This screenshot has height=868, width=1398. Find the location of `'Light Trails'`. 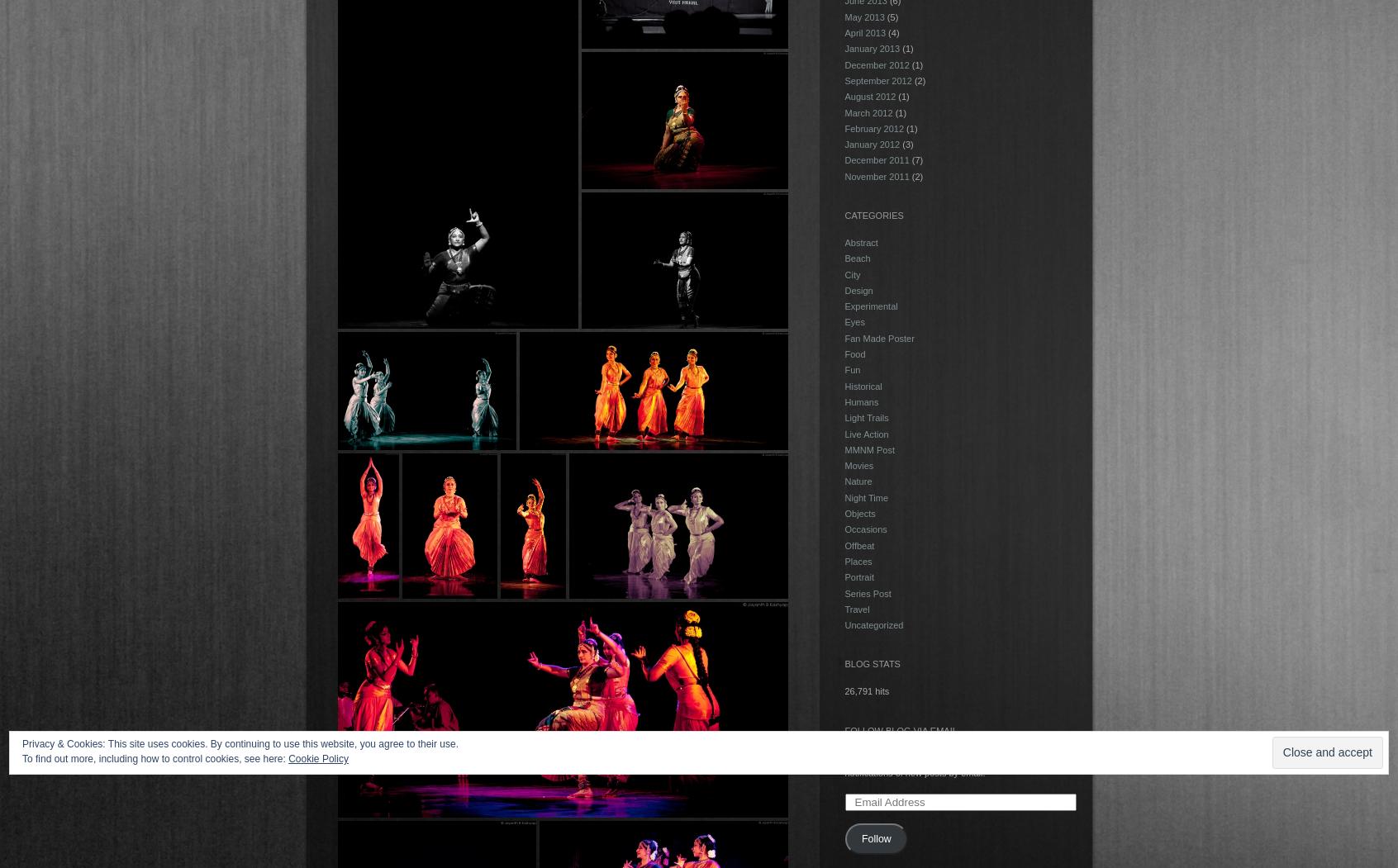

'Light Trails' is located at coordinates (865, 417).